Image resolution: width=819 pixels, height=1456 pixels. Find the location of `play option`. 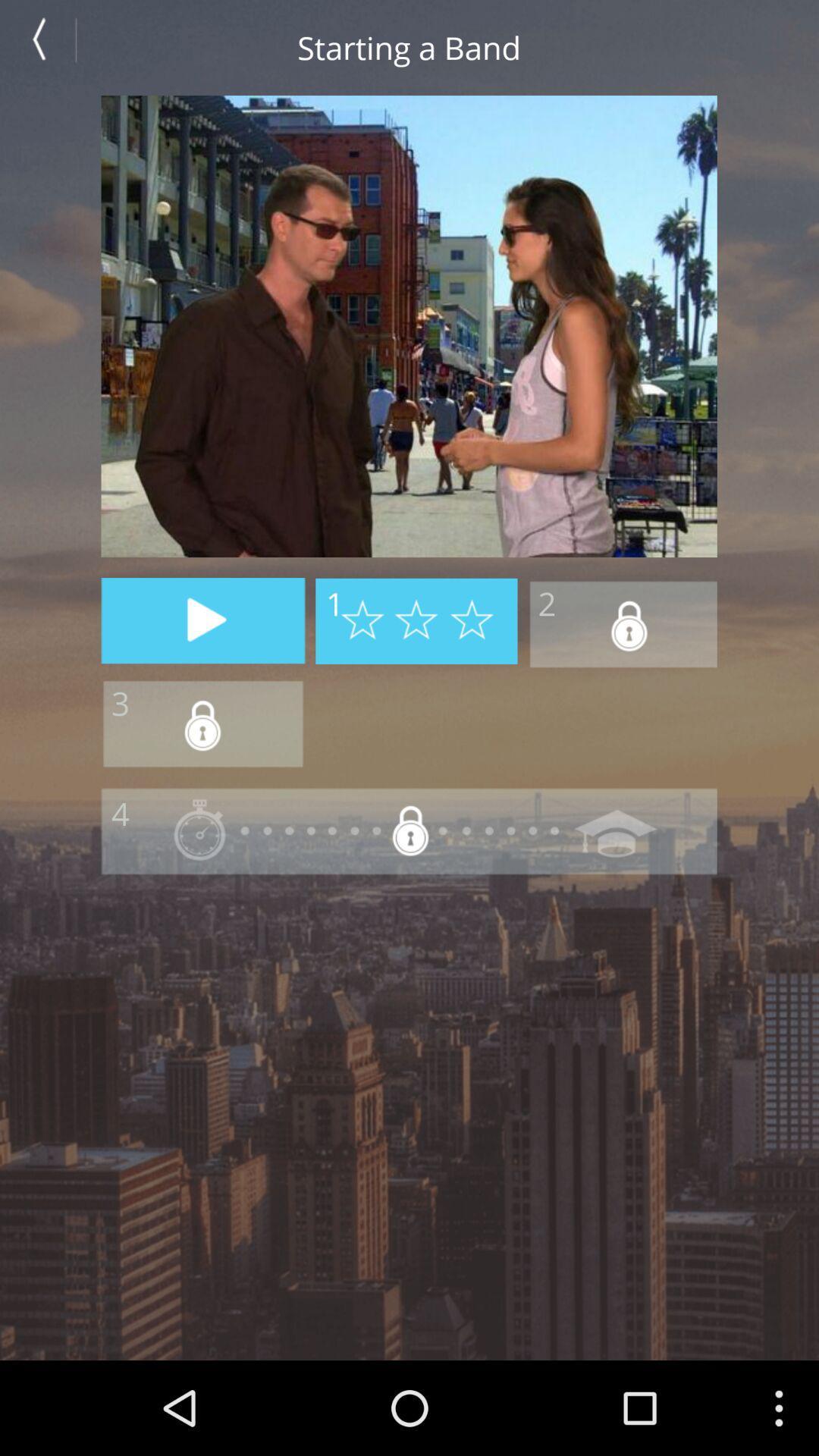

play option is located at coordinates (202, 620).